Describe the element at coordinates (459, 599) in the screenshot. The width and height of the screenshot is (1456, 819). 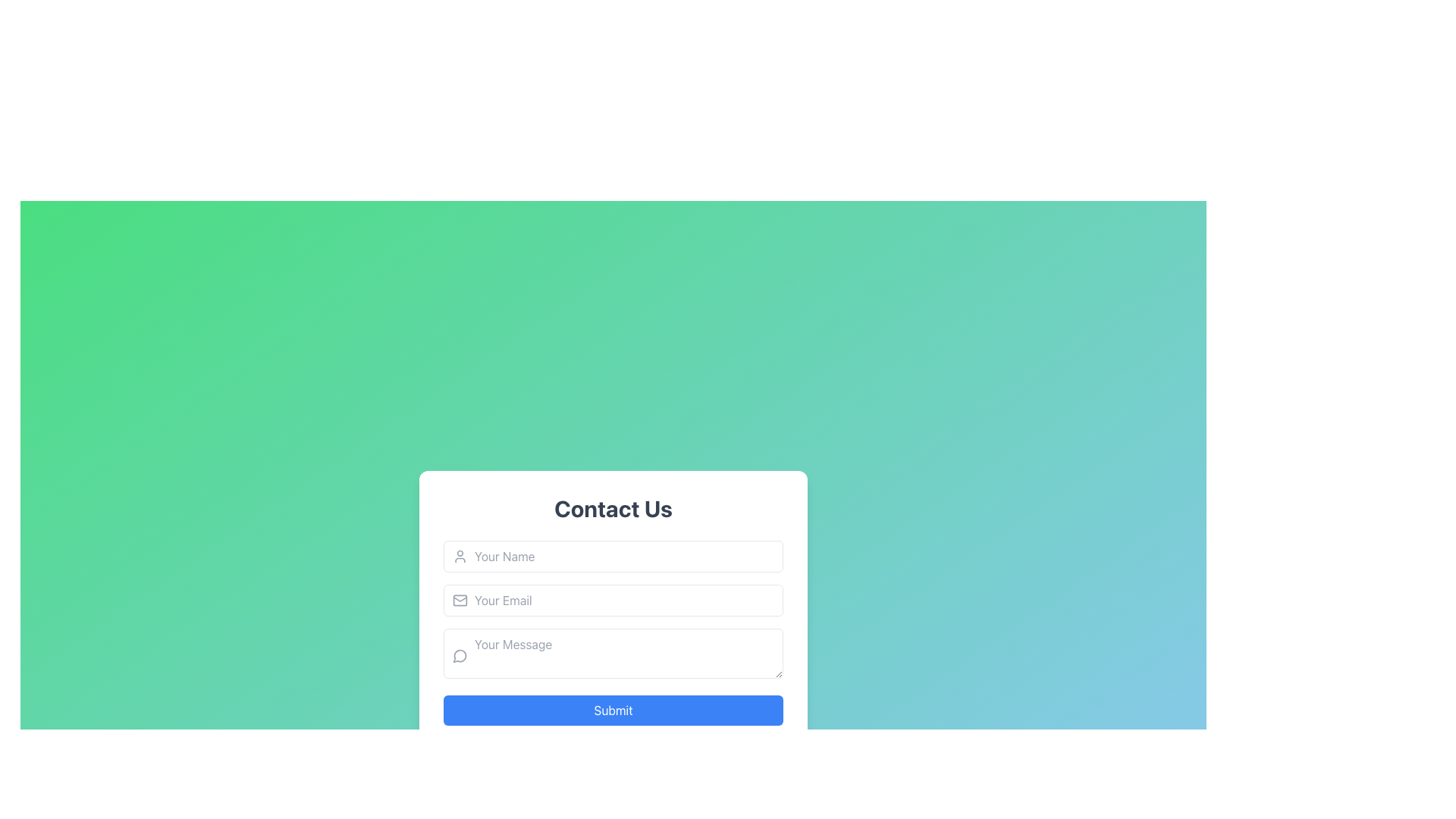
I see `the email icon located inside the 'Your Email' input field, positioned near the left edge and slightly above the vertical centerline` at that location.